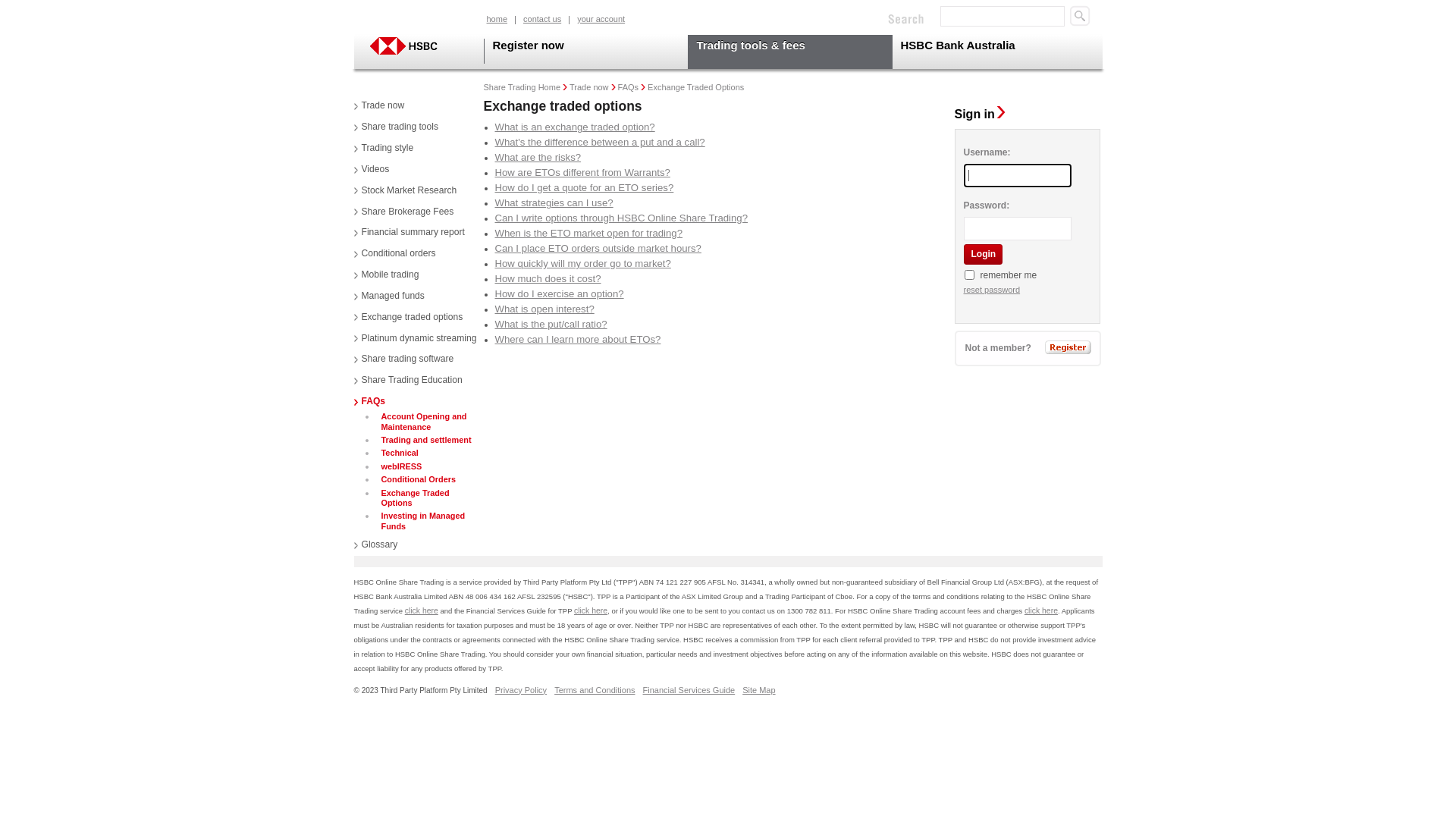  I want to click on 'Glossary', so click(375, 544).